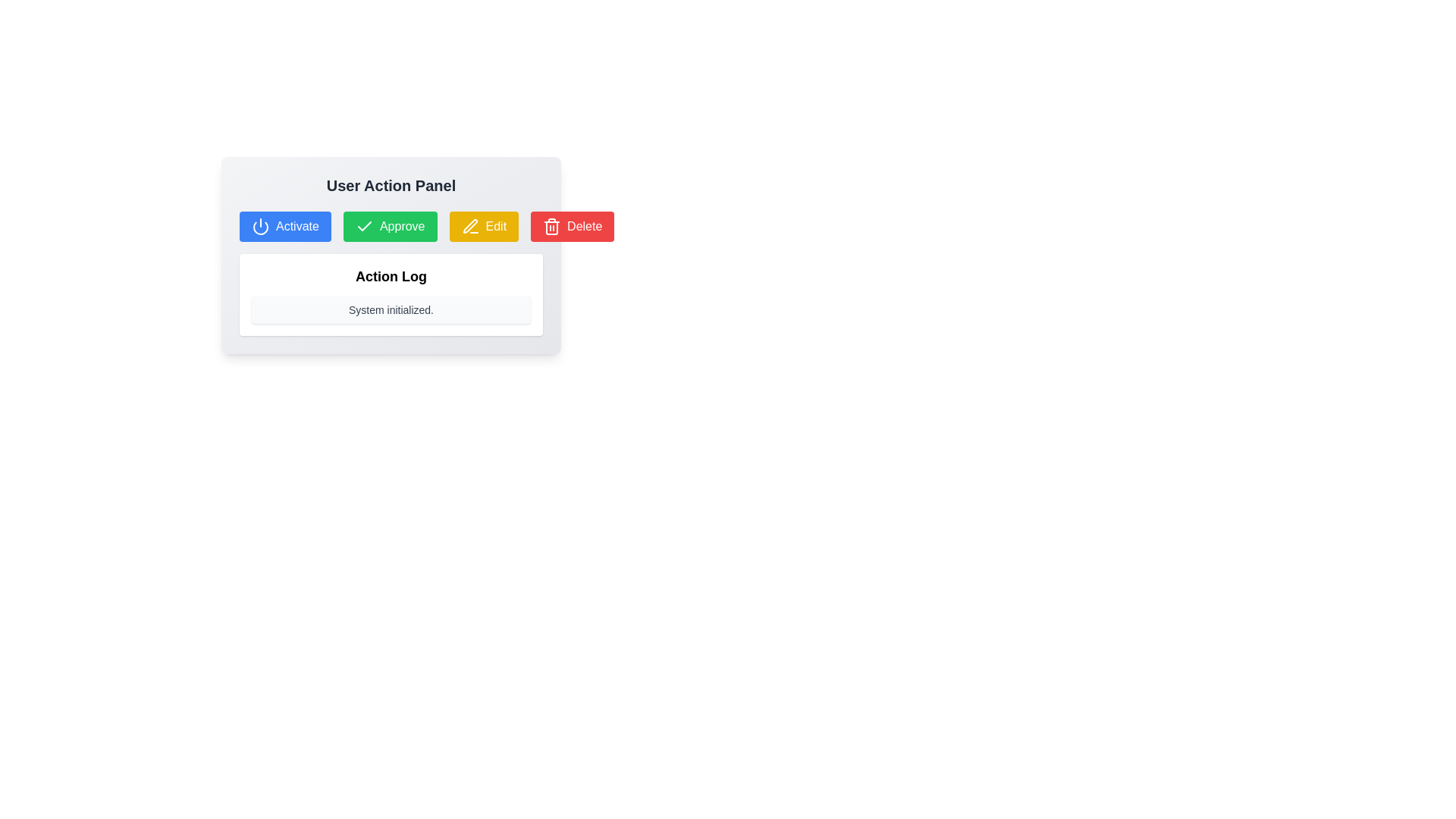 The width and height of the screenshot is (1456, 819). I want to click on the 'Edit' icon located inside the yellow button labeled 'Edit', which is the third button from the left in the User Action Panel, so click(469, 227).